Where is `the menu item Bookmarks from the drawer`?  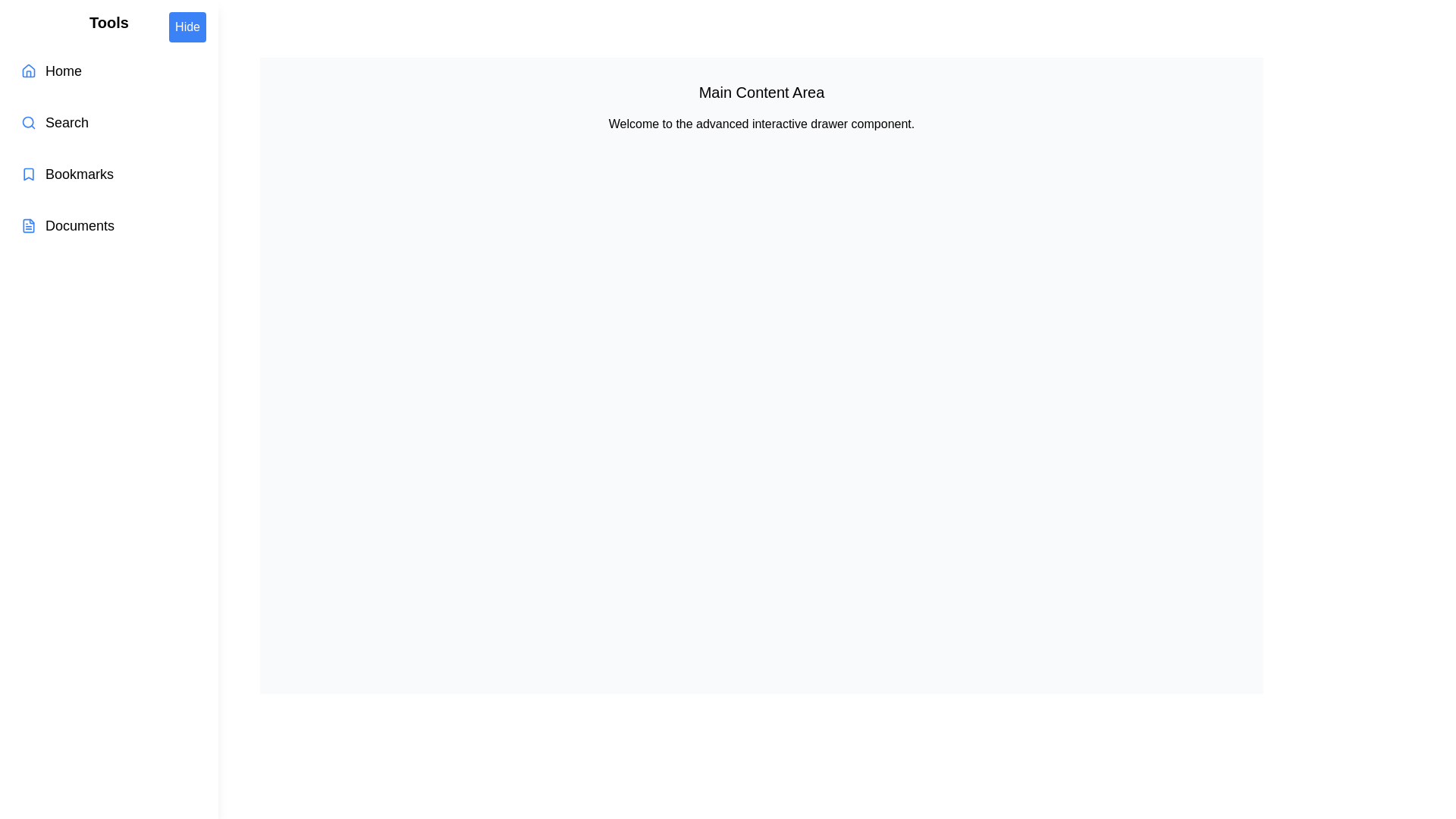
the menu item Bookmarks from the drawer is located at coordinates (108, 174).